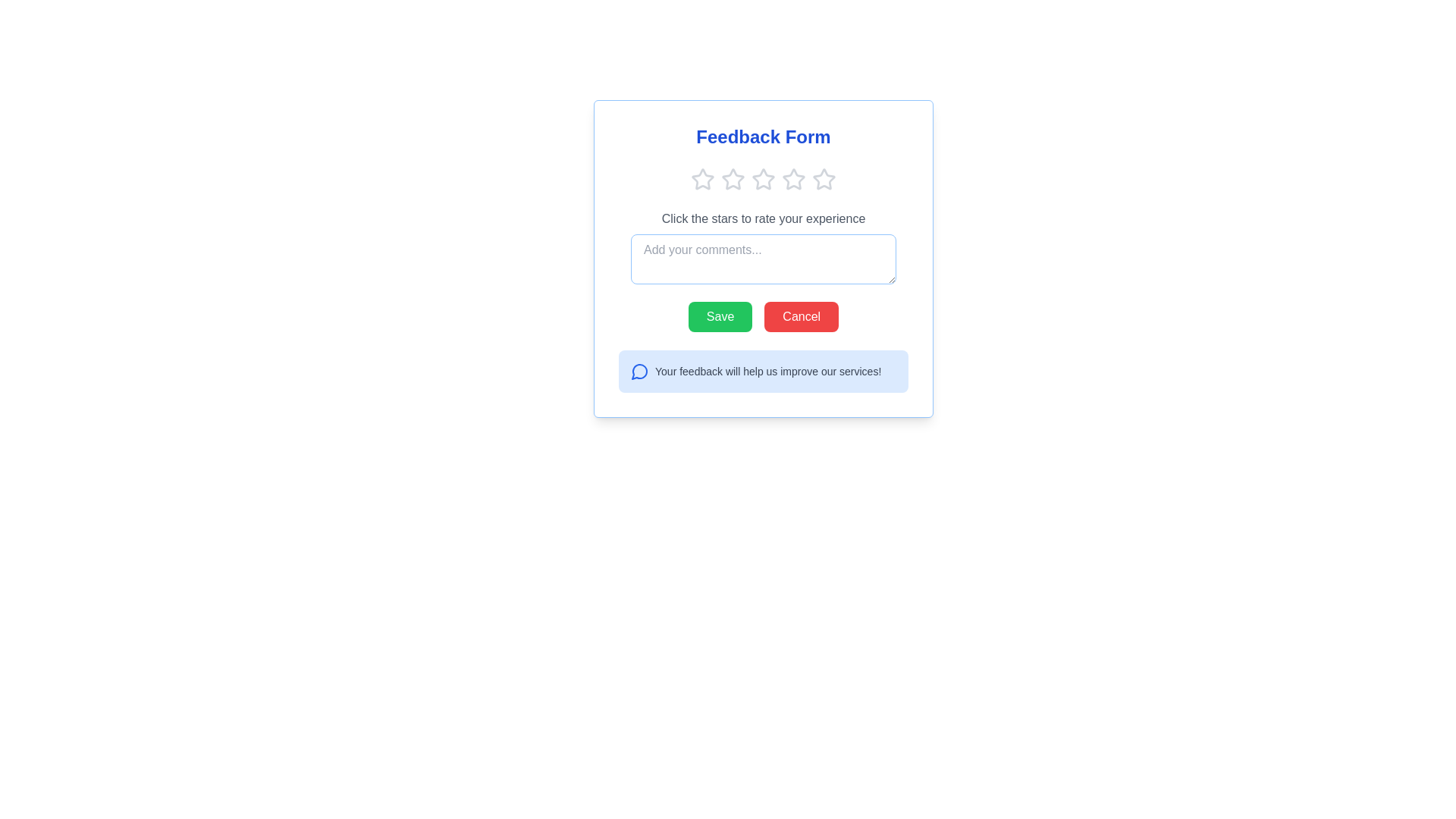 The height and width of the screenshot is (819, 1456). What do you see at coordinates (764, 178) in the screenshot?
I see `the third star icon in the rating system` at bounding box center [764, 178].